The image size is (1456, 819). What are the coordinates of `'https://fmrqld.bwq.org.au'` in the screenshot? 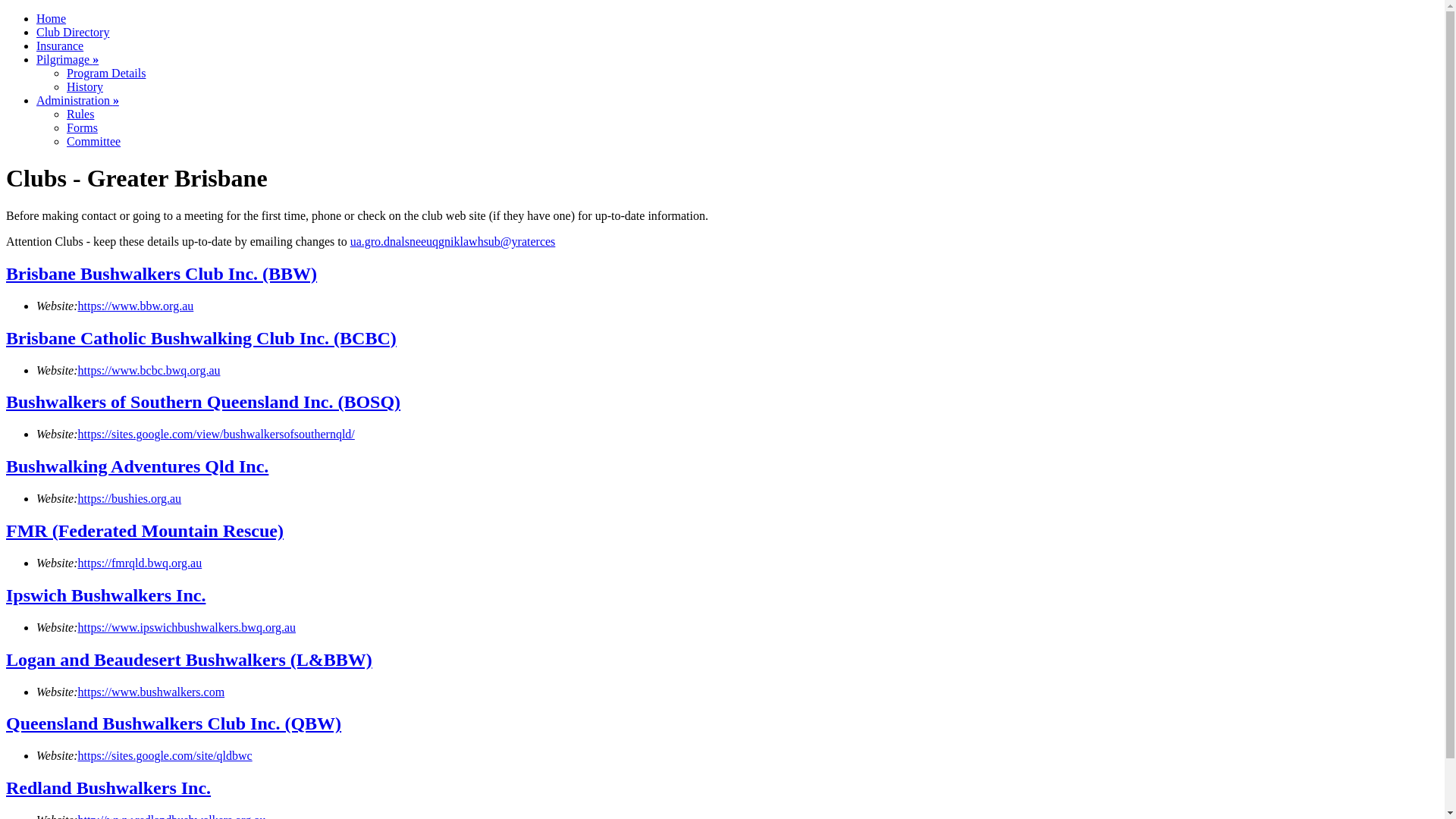 It's located at (77, 563).